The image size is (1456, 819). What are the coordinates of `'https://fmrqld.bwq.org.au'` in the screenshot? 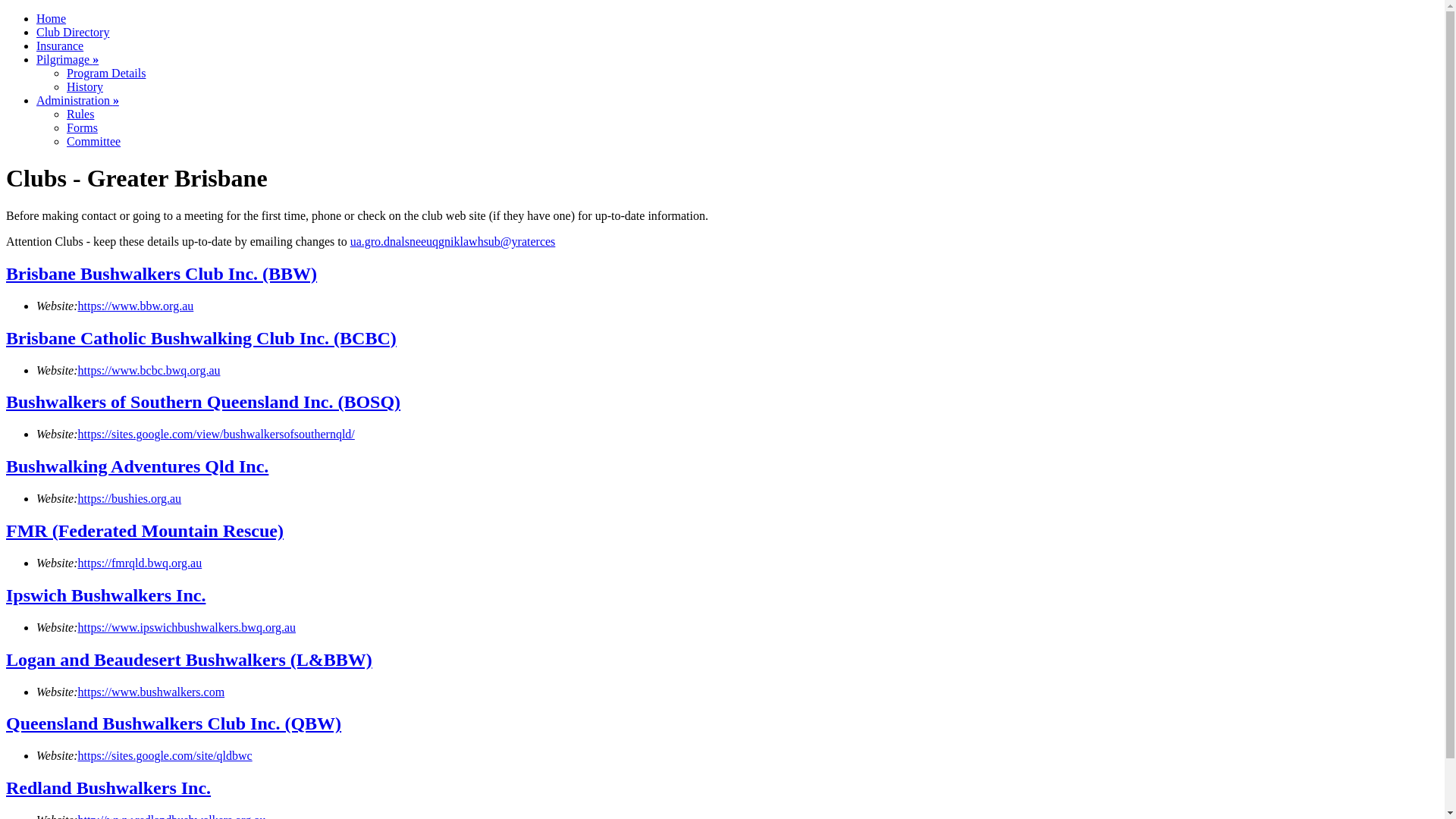 It's located at (77, 563).